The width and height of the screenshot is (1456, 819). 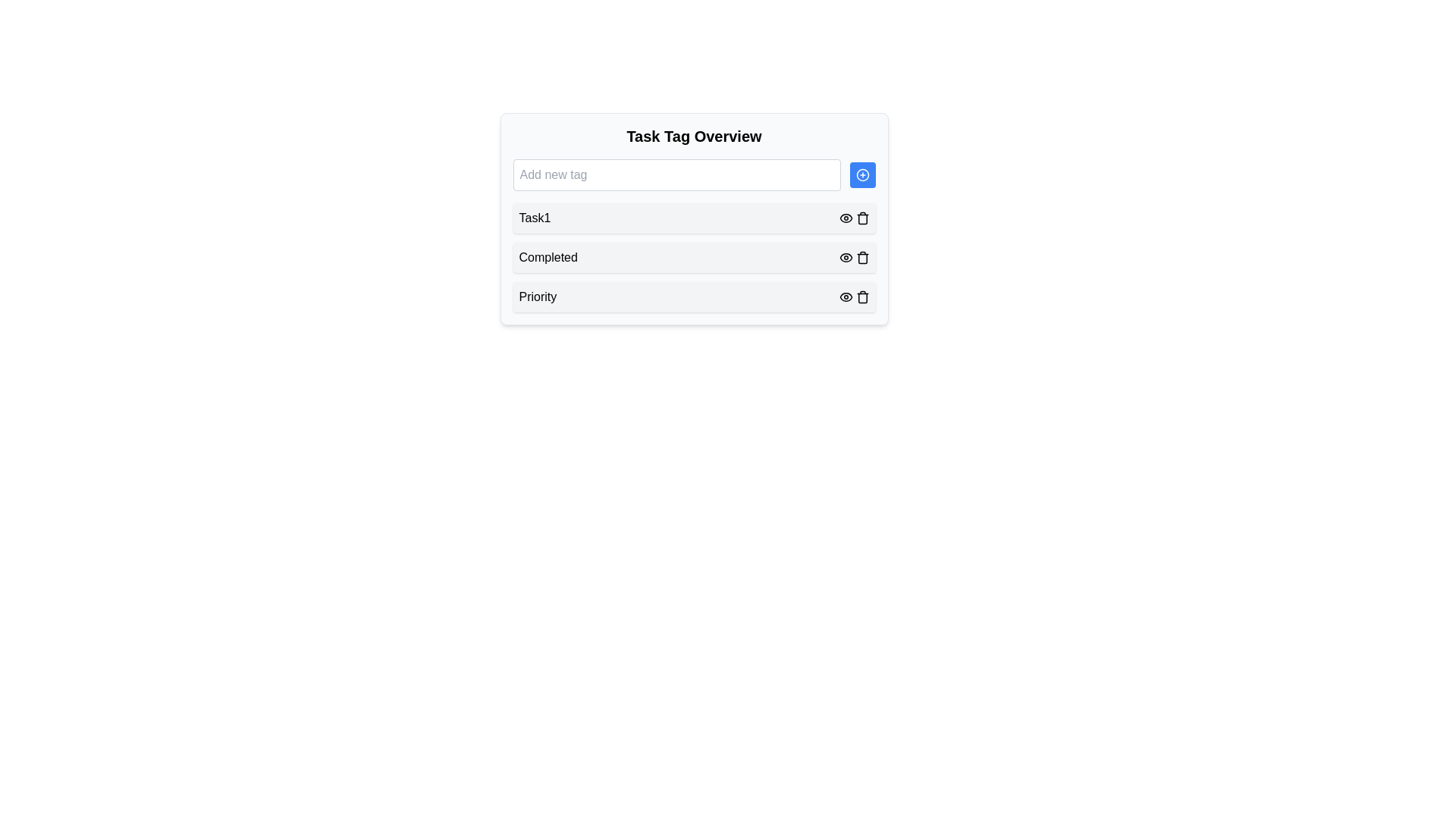 I want to click on the button that adds a new tag to observe its visual effects in the 'Task Tag Overview' interface, so click(x=862, y=174).